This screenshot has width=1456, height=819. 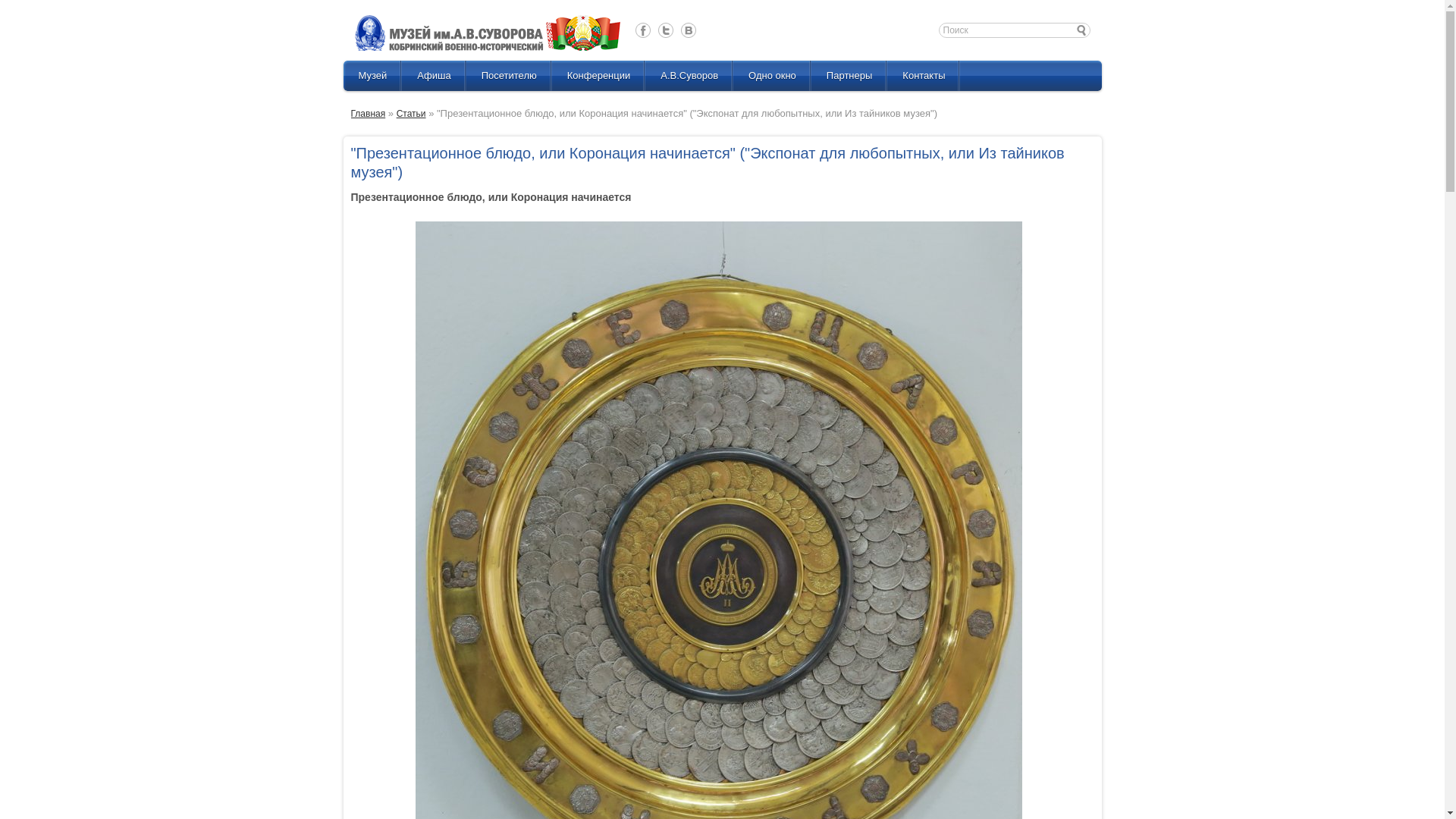 What do you see at coordinates (643, 30) in the screenshot?
I see `'Facebook'` at bounding box center [643, 30].